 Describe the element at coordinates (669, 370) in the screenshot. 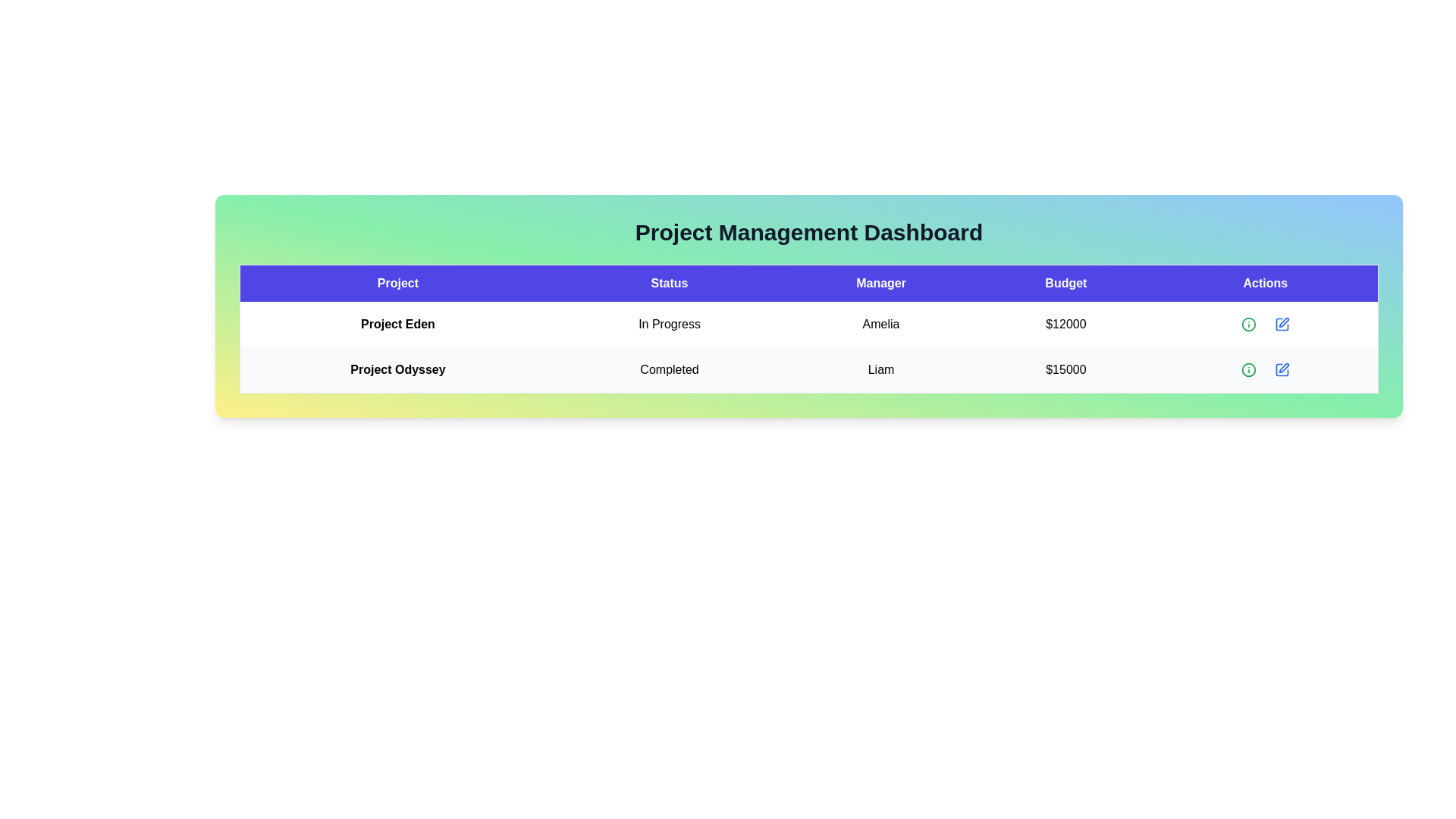

I see `the 'Completed' label in the second row under the 'Status' column of the dashboard interface, which is visually distinct with padding and located between 'Project Odyssey' and 'Liam'` at that location.